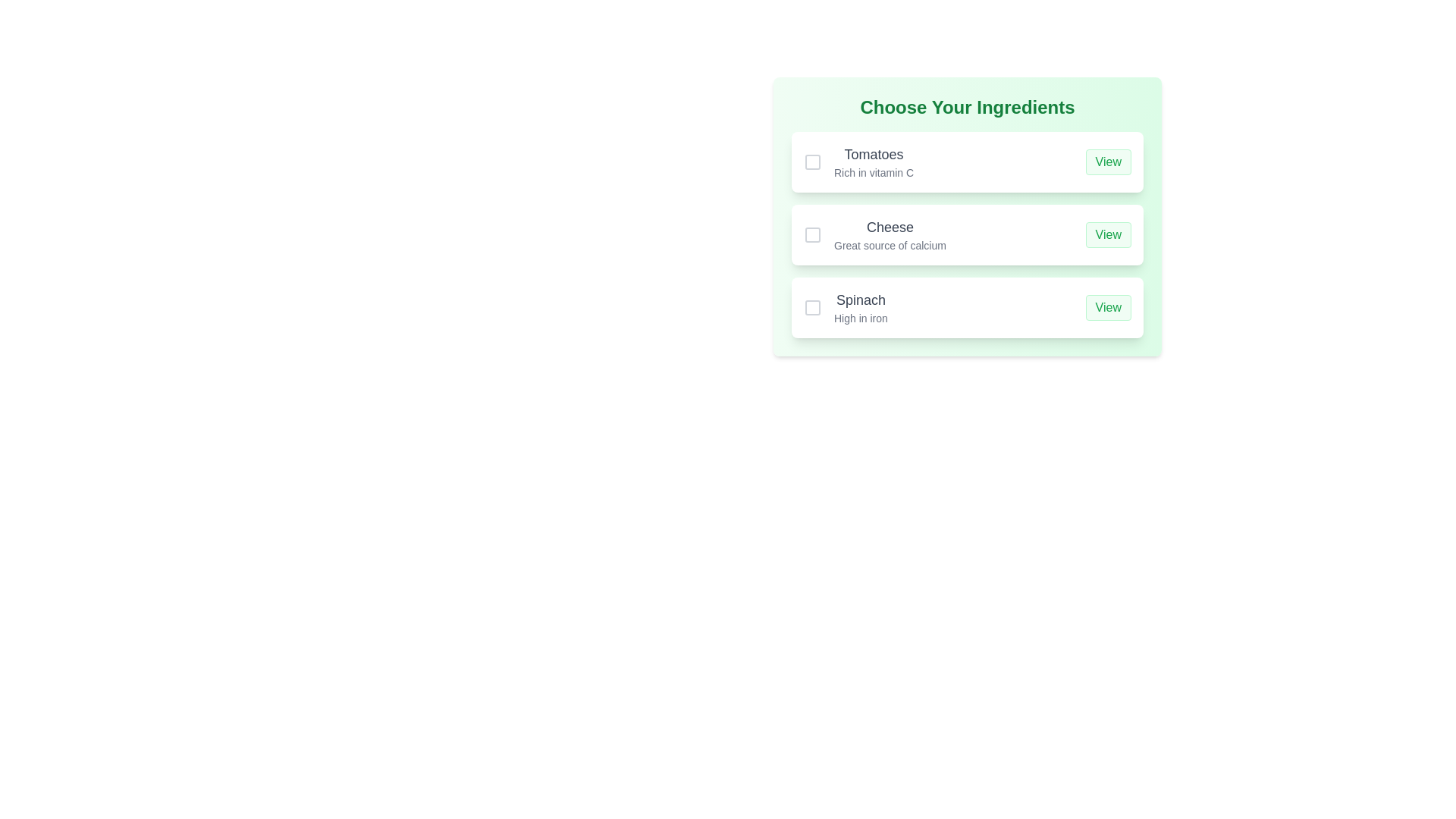 The width and height of the screenshot is (1456, 819). What do you see at coordinates (874, 234) in the screenshot?
I see `the informational label describing the ingredient 'Cheese' which states 'Great source of calcium' located in the middle option of the vertically stacked list within the 'Choose Your Ingredients' card` at bounding box center [874, 234].